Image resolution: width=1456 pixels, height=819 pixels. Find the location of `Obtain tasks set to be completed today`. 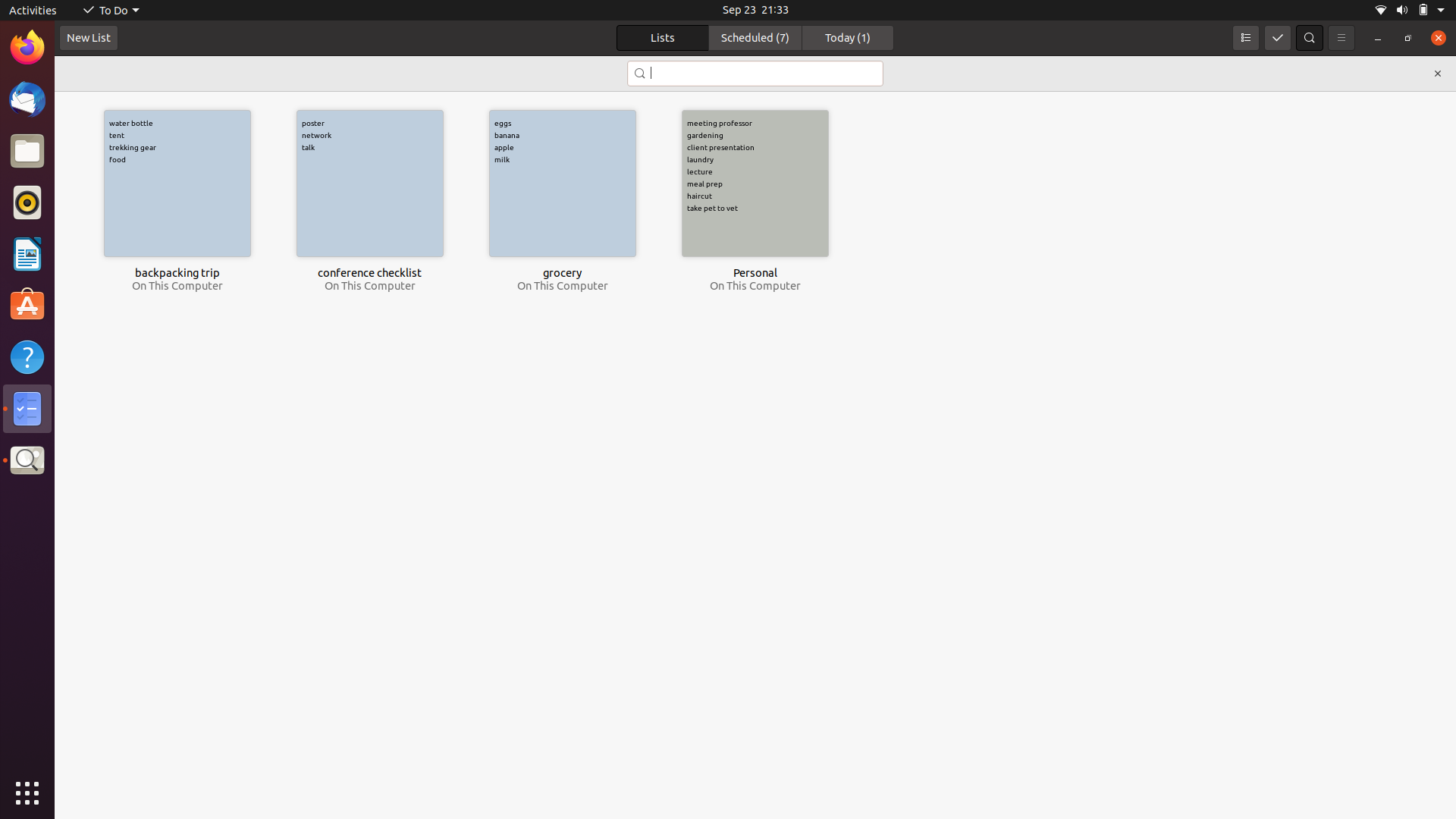

Obtain tasks set to be completed today is located at coordinates (847, 37).